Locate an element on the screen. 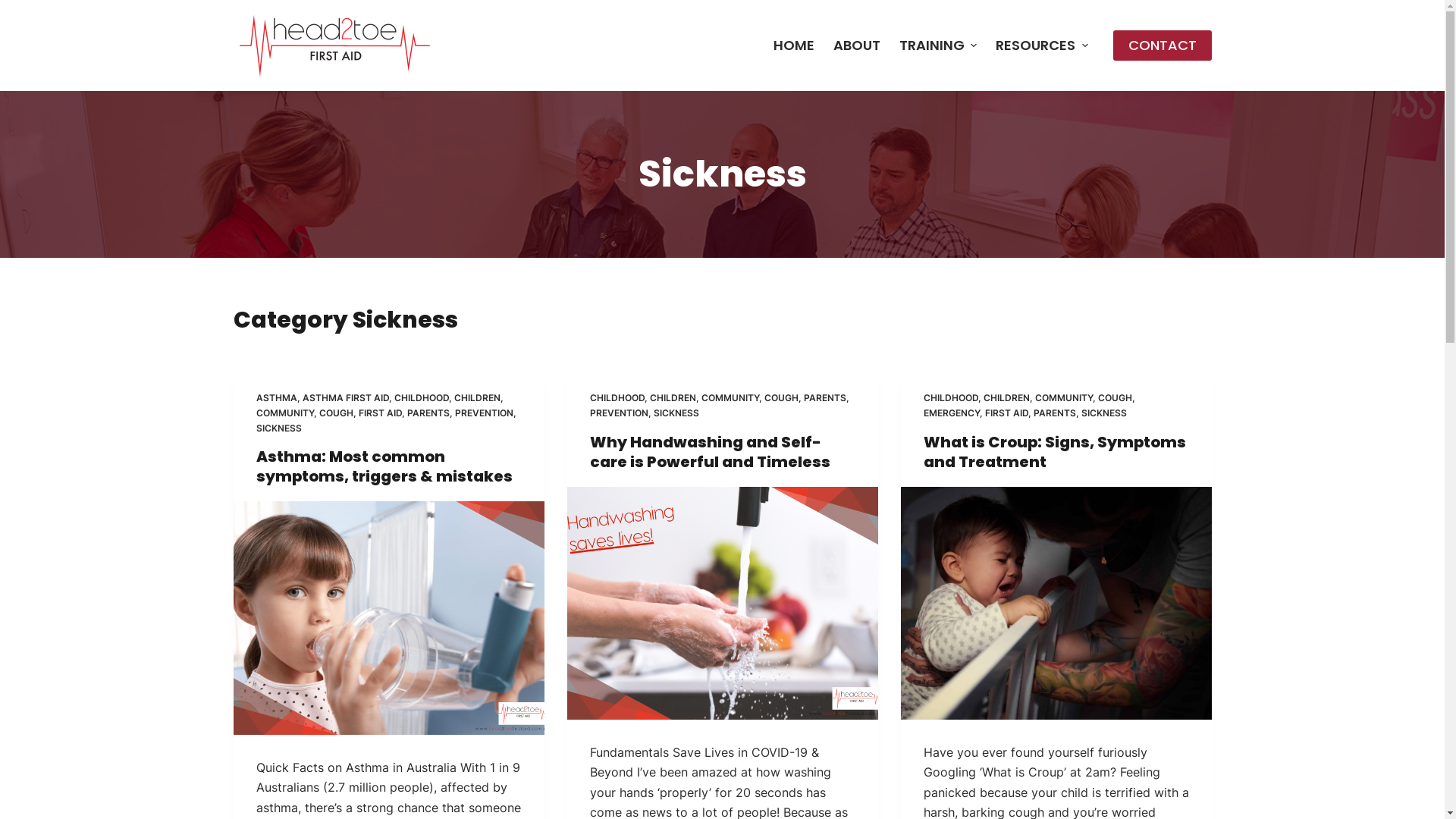  'CHILDREN' is located at coordinates (671, 397).